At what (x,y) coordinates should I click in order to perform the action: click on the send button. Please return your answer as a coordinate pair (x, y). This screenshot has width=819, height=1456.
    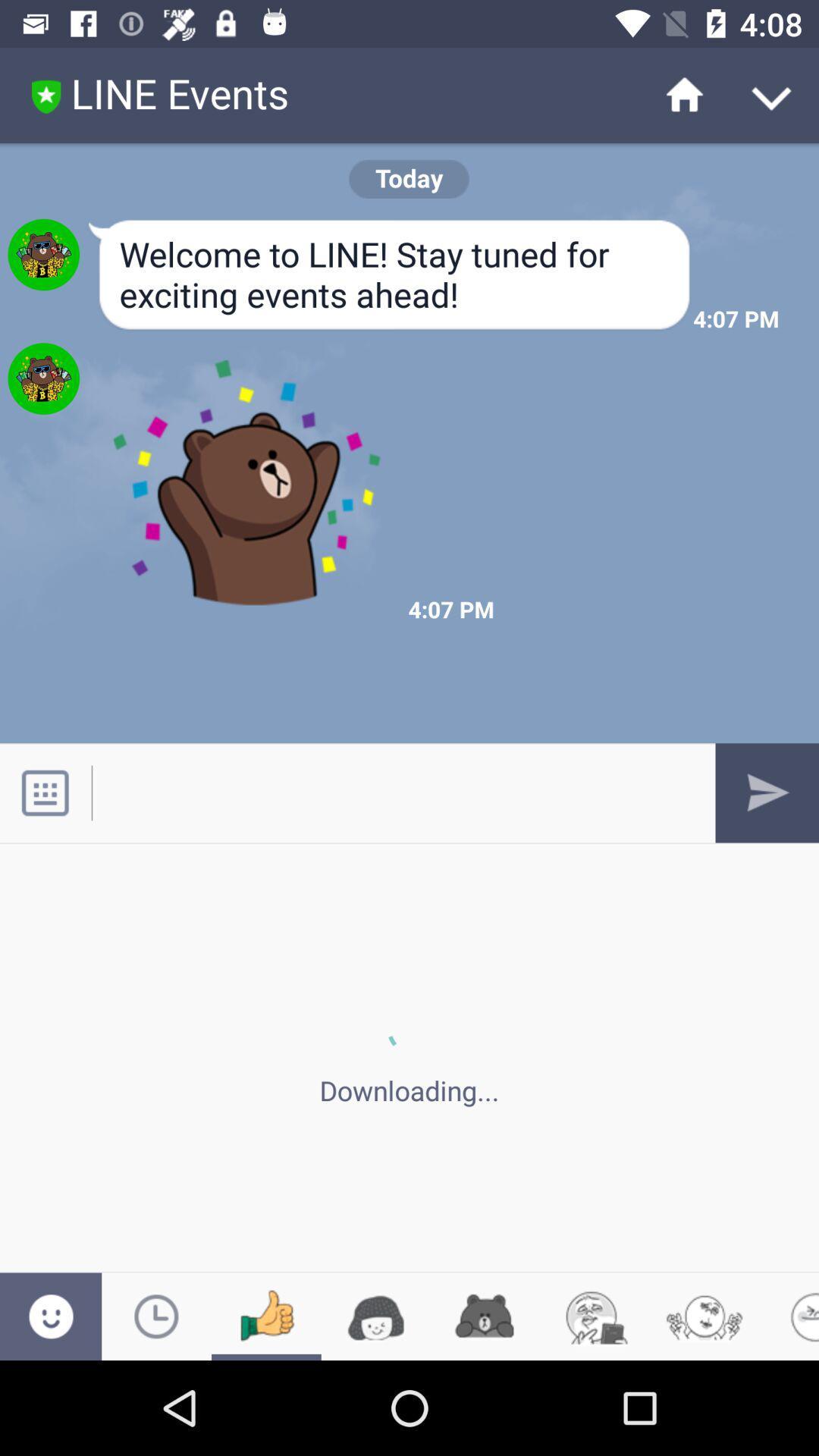
    Looking at the image, I should click on (767, 792).